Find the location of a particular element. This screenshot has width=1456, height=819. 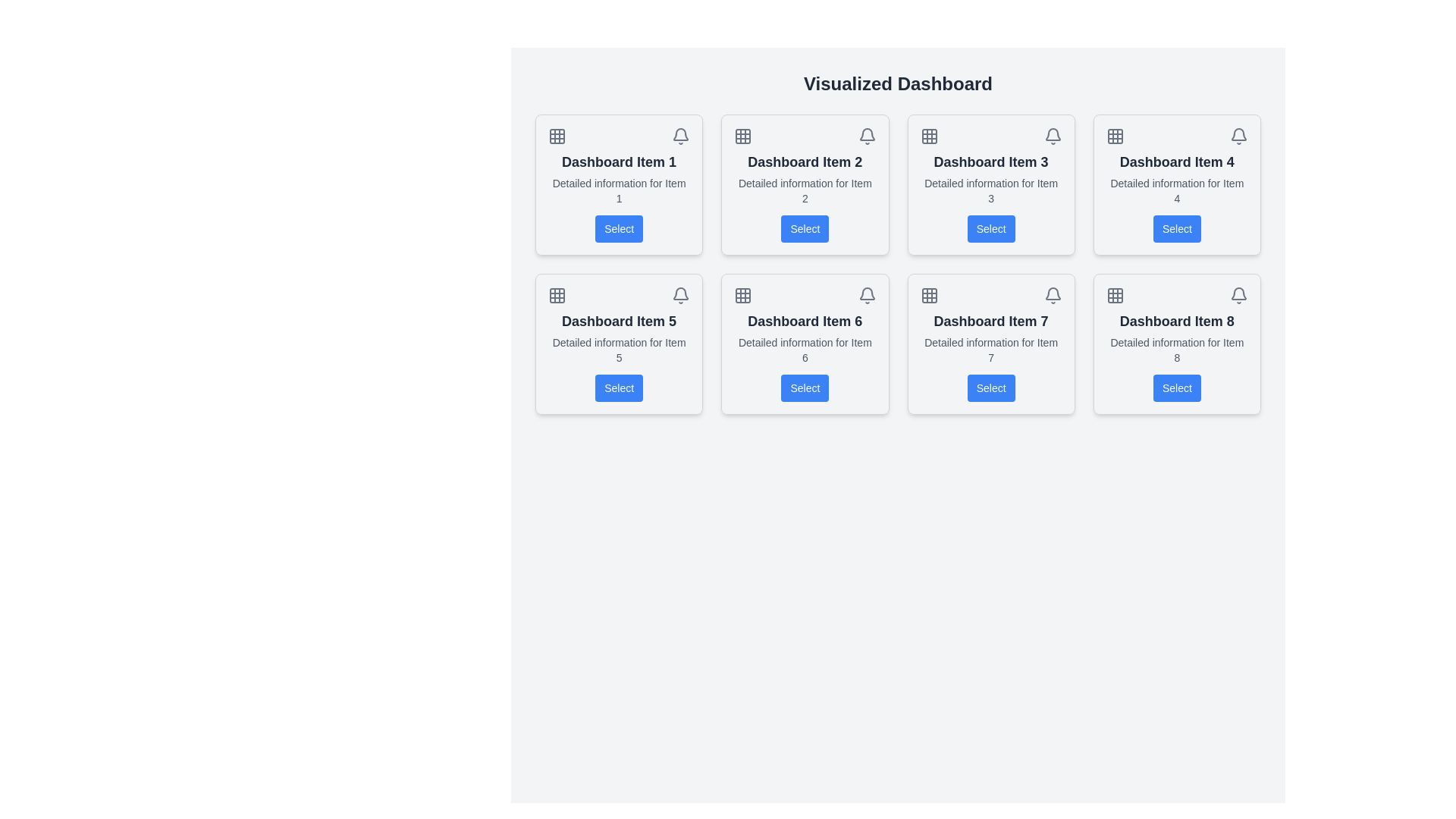

the static text label displaying 'Detailed information for Item 2', located beneath 'Dashboard Item 2' and above the 'Select' button is located at coordinates (804, 190).